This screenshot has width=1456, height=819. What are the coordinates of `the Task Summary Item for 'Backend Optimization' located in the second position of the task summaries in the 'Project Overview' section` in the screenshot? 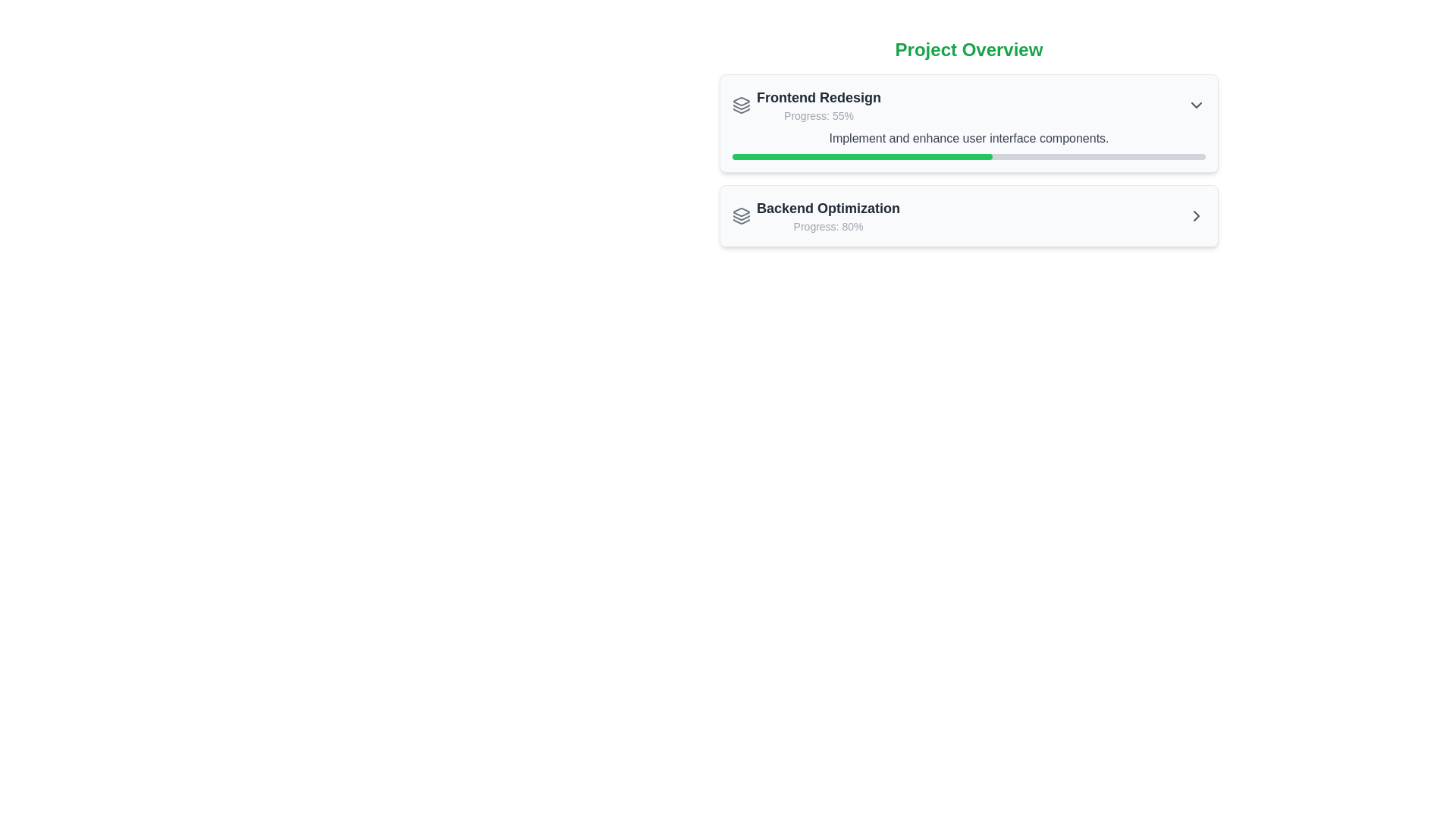 It's located at (968, 216).